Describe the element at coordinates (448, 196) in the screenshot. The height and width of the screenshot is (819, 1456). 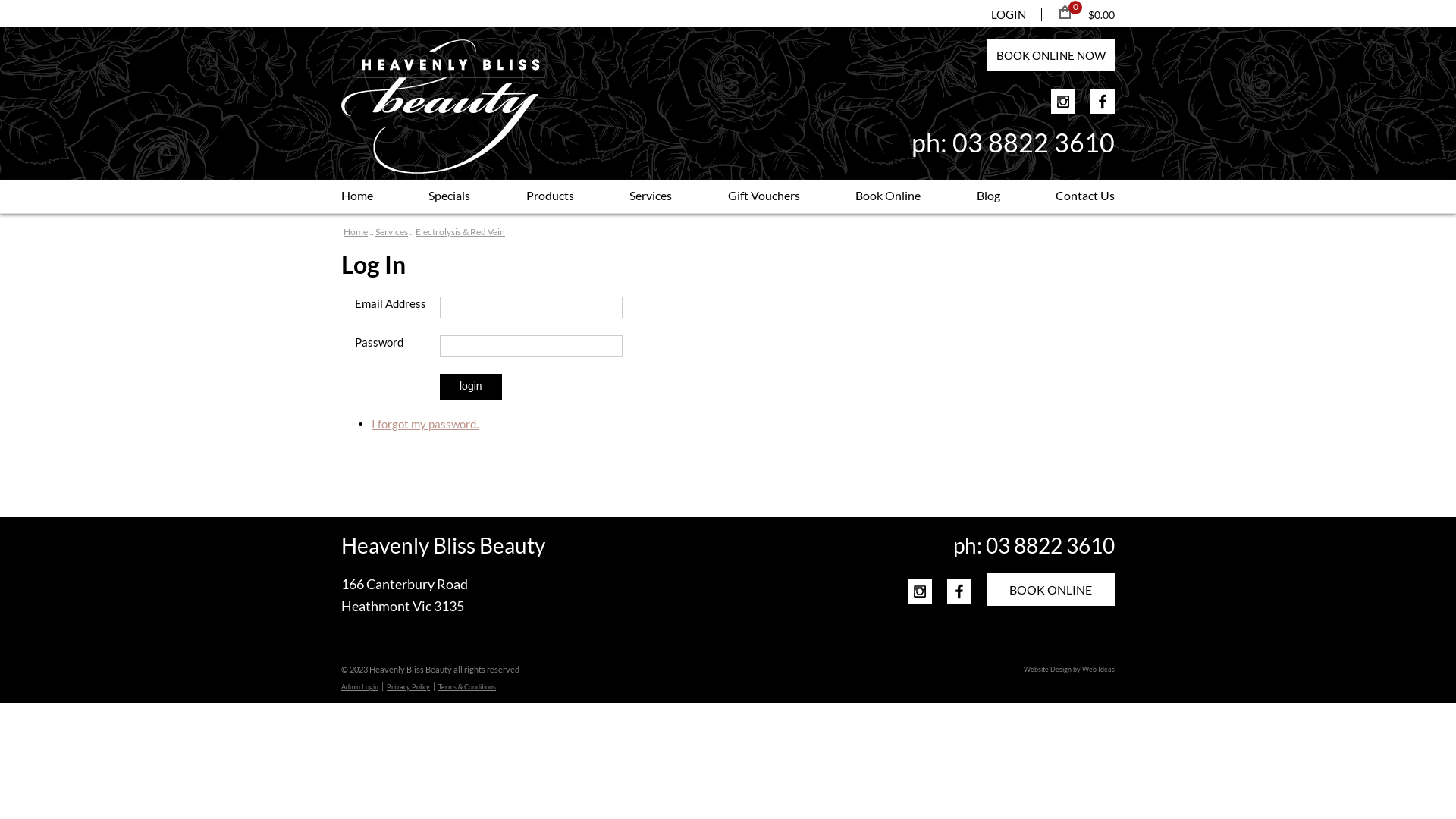
I see `'Specials'` at that location.